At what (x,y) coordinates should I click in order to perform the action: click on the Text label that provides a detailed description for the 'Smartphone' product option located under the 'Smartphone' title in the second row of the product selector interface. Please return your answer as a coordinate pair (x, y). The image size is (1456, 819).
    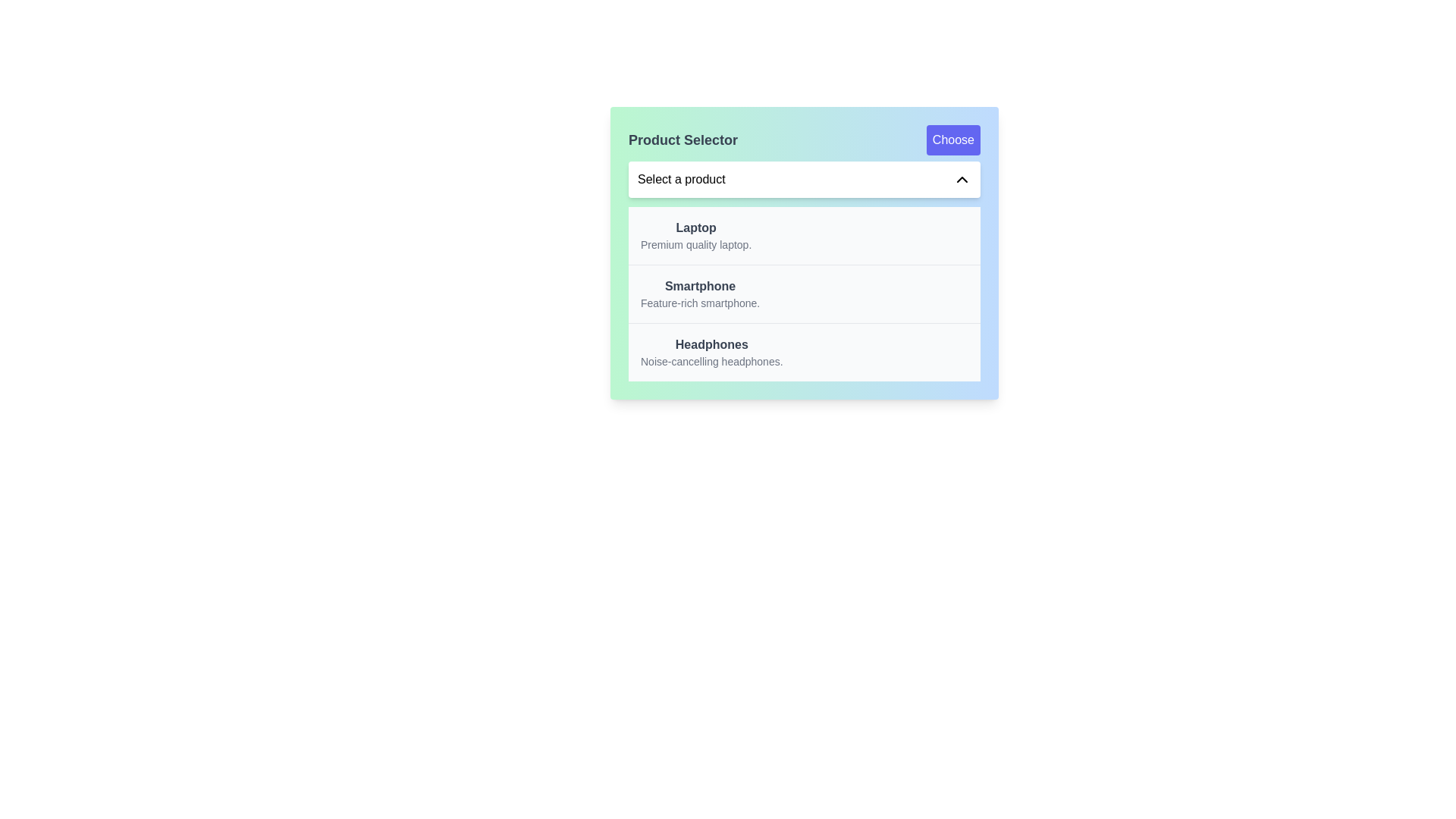
    Looking at the image, I should click on (699, 303).